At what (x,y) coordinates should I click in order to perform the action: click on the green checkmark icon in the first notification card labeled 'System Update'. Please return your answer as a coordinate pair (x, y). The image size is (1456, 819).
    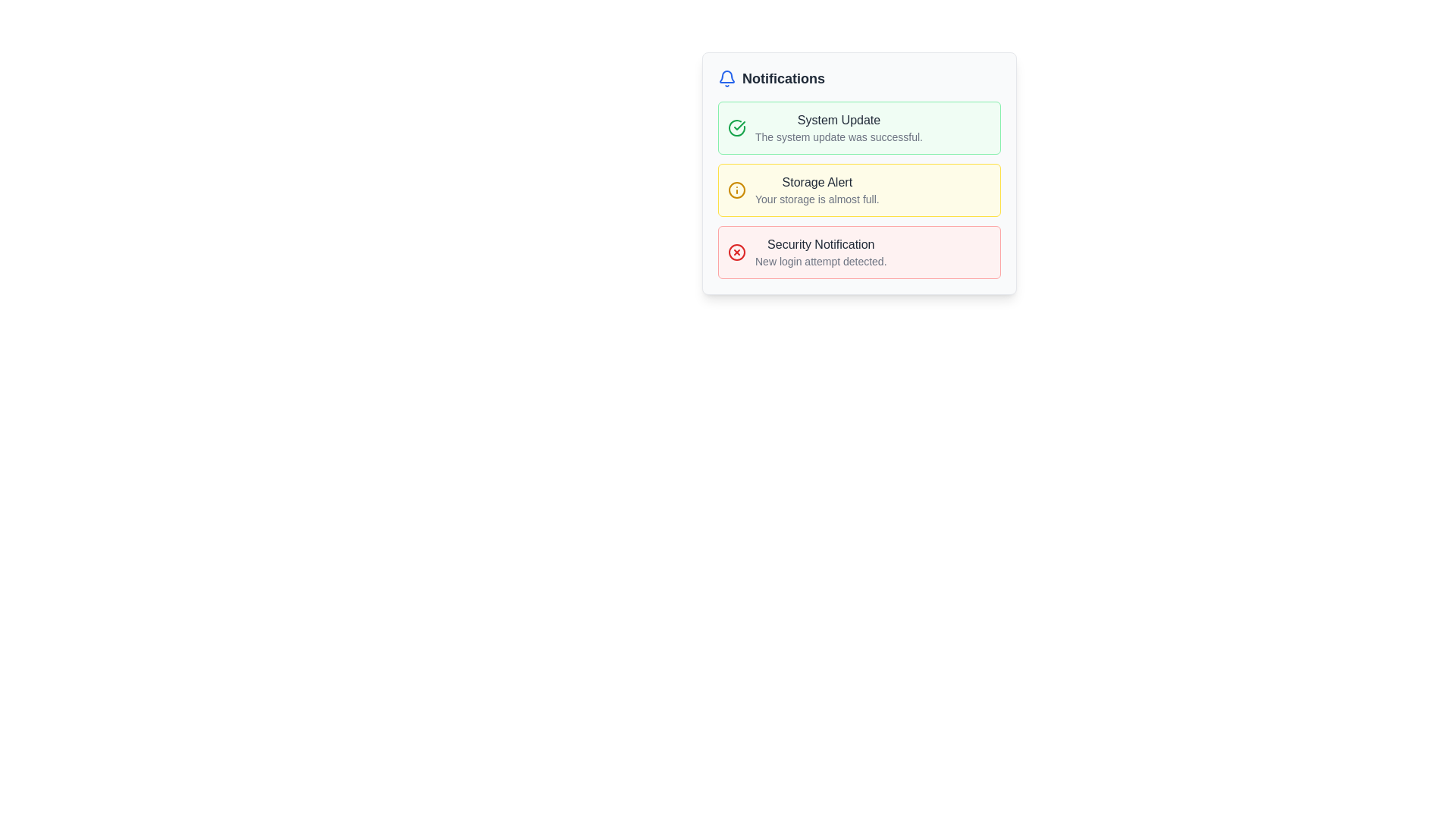
    Looking at the image, I should click on (736, 127).